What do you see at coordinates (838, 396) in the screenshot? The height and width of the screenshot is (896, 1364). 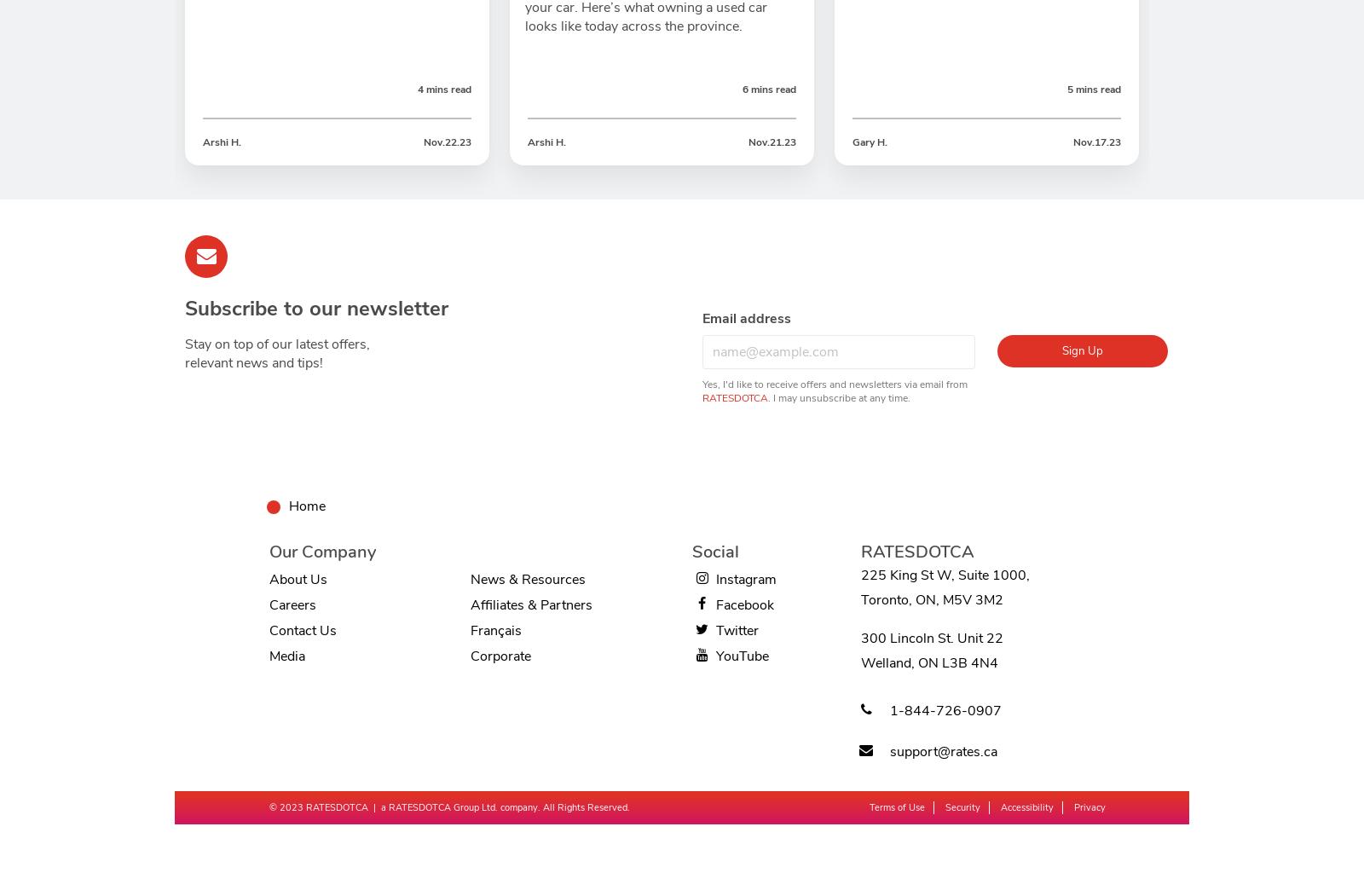 I see `'. I may unsubscribe at any time.'` at bounding box center [838, 396].